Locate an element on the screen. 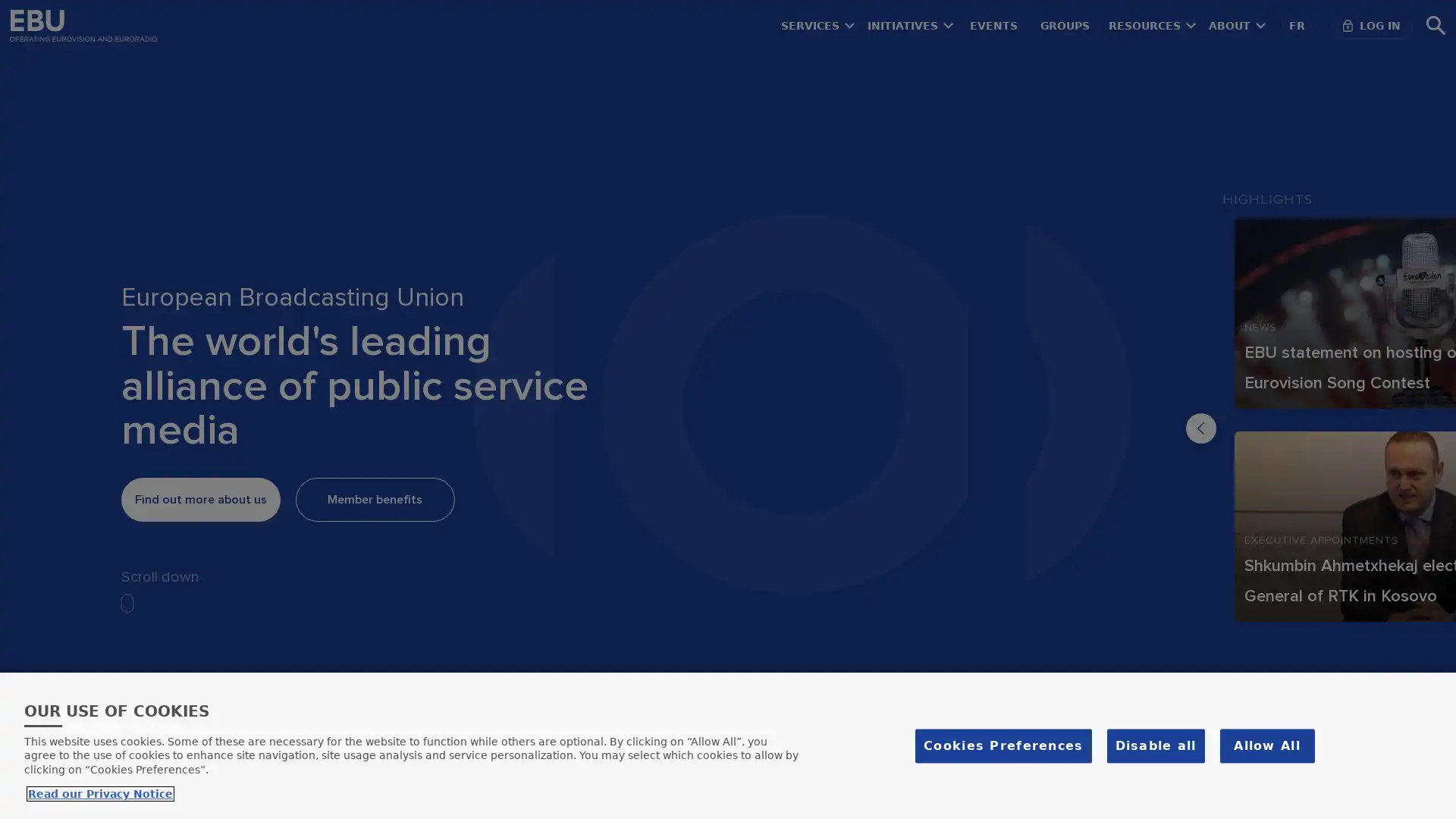 This screenshot has width=1456, height=819. Search is located at coordinates (1434, 25).